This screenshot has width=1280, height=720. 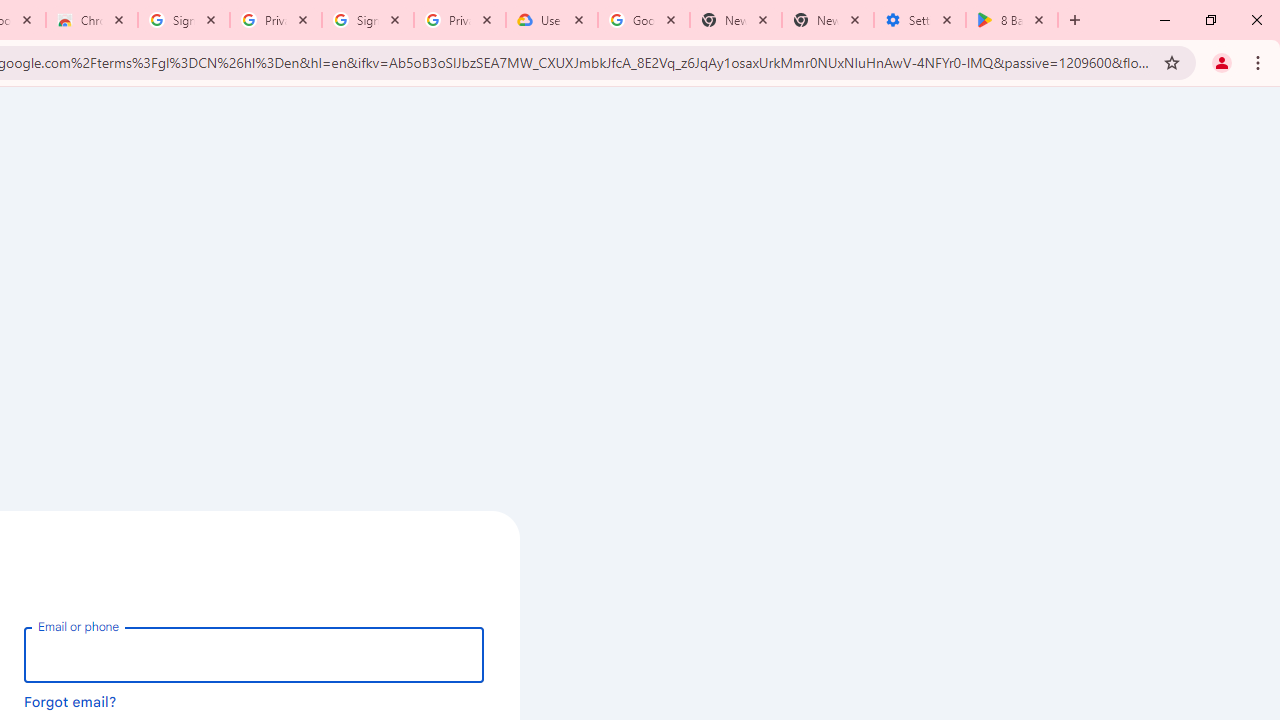 I want to click on 'Email or phone', so click(x=253, y=654).